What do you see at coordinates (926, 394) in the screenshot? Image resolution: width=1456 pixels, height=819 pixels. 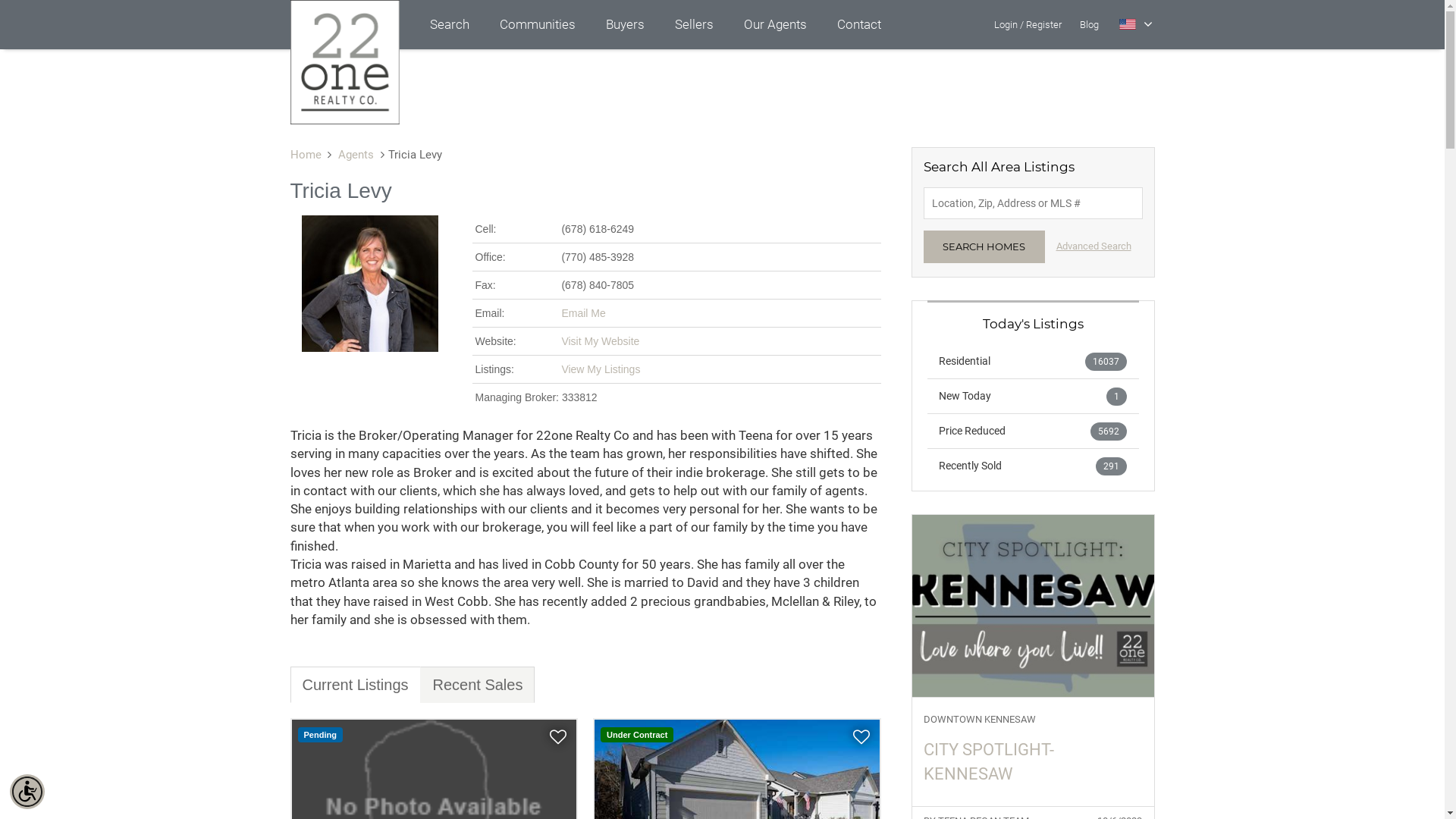 I see `'New Today` at bounding box center [926, 394].